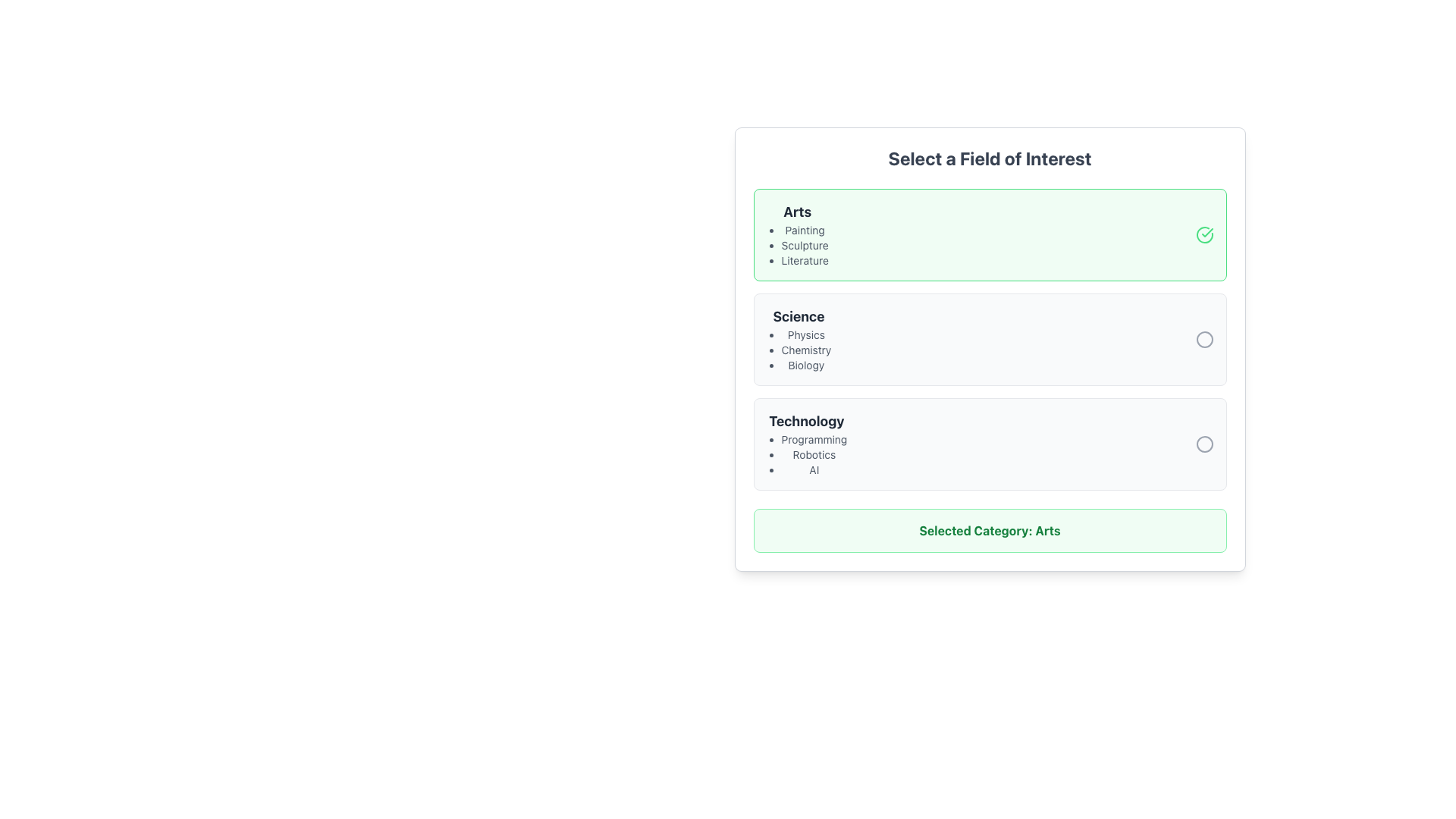 Image resolution: width=1456 pixels, height=819 pixels. What do you see at coordinates (805, 444) in the screenshot?
I see `text content of the 'Technology' category text block, which is located in the third card of the list of fields, beneath 'Arts' and 'Science'` at bounding box center [805, 444].